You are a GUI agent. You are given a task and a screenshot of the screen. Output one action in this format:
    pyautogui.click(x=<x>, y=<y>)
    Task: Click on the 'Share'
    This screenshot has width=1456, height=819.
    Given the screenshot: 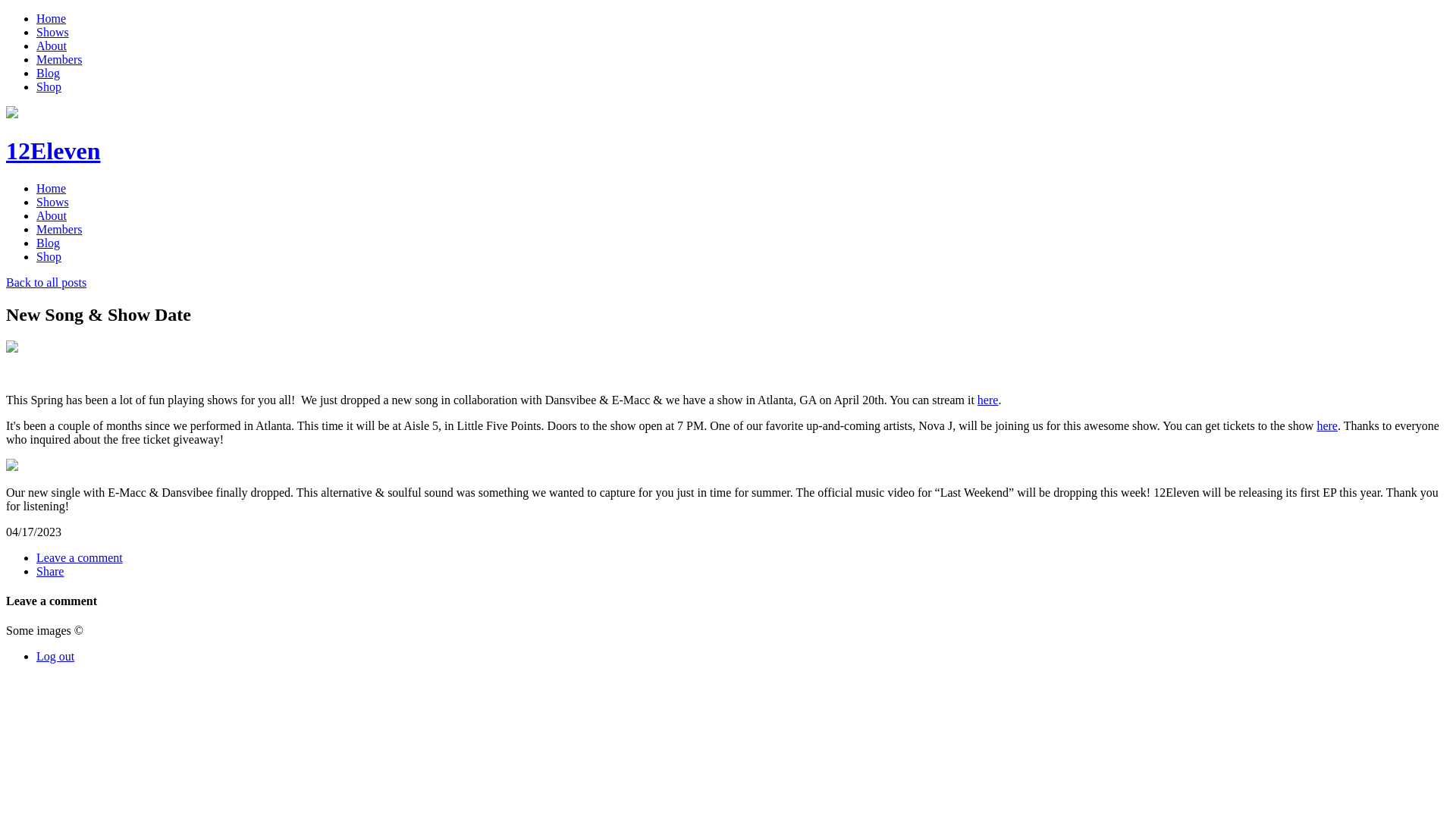 What is the action you would take?
    pyautogui.click(x=50, y=571)
    